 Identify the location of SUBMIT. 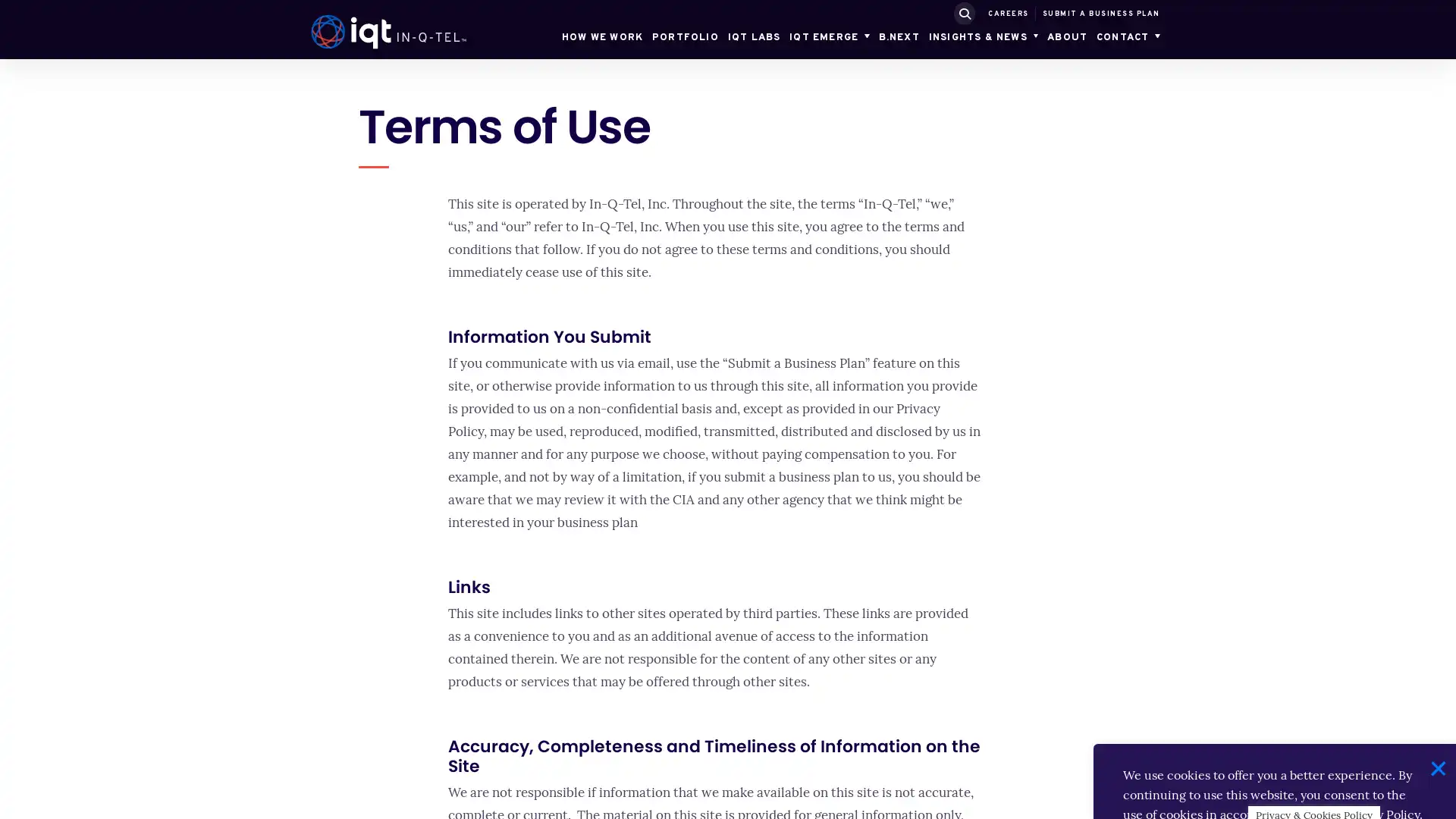
(963, 13).